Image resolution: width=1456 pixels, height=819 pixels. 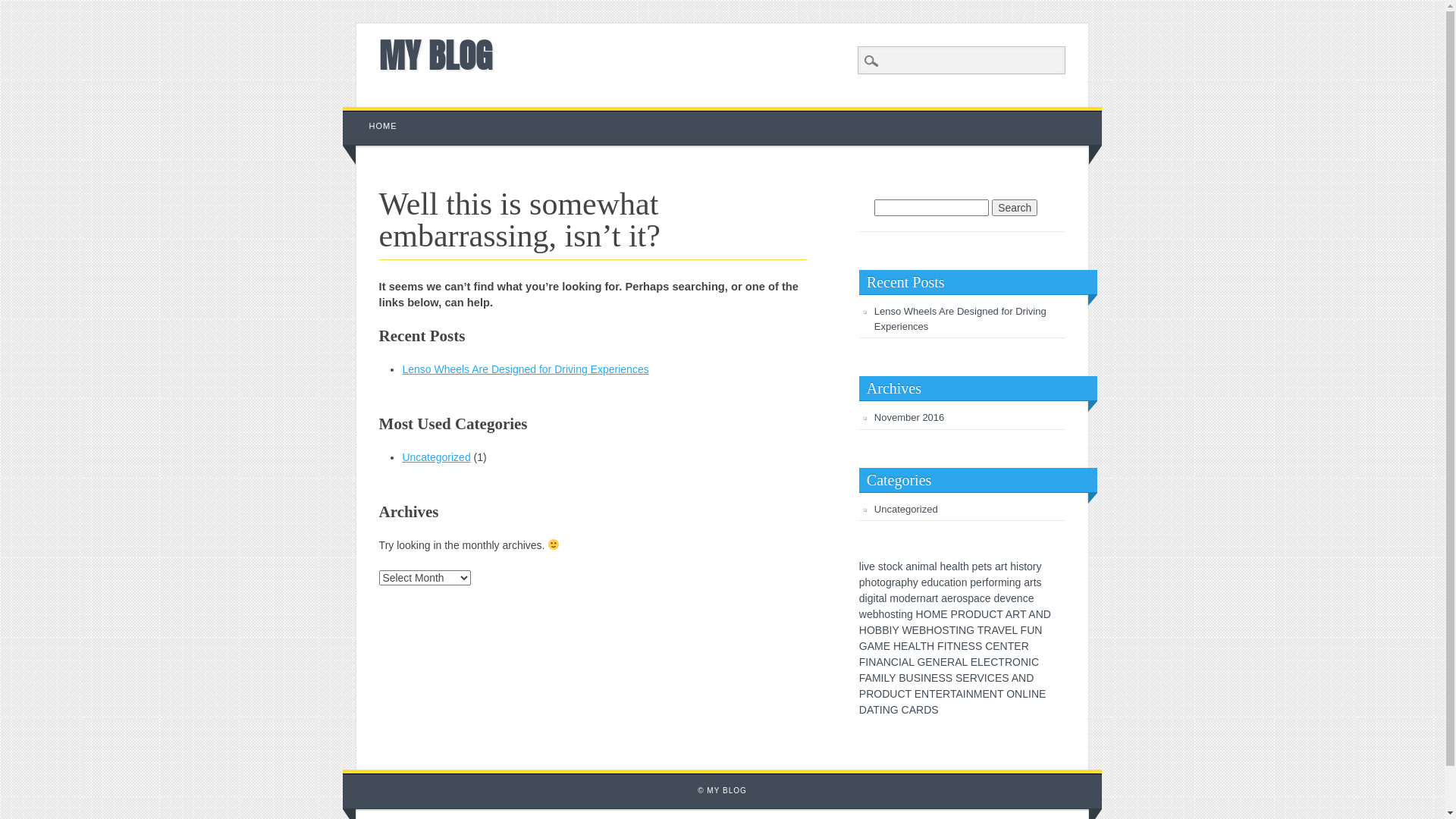 What do you see at coordinates (1015, 614) in the screenshot?
I see `'R'` at bounding box center [1015, 614].